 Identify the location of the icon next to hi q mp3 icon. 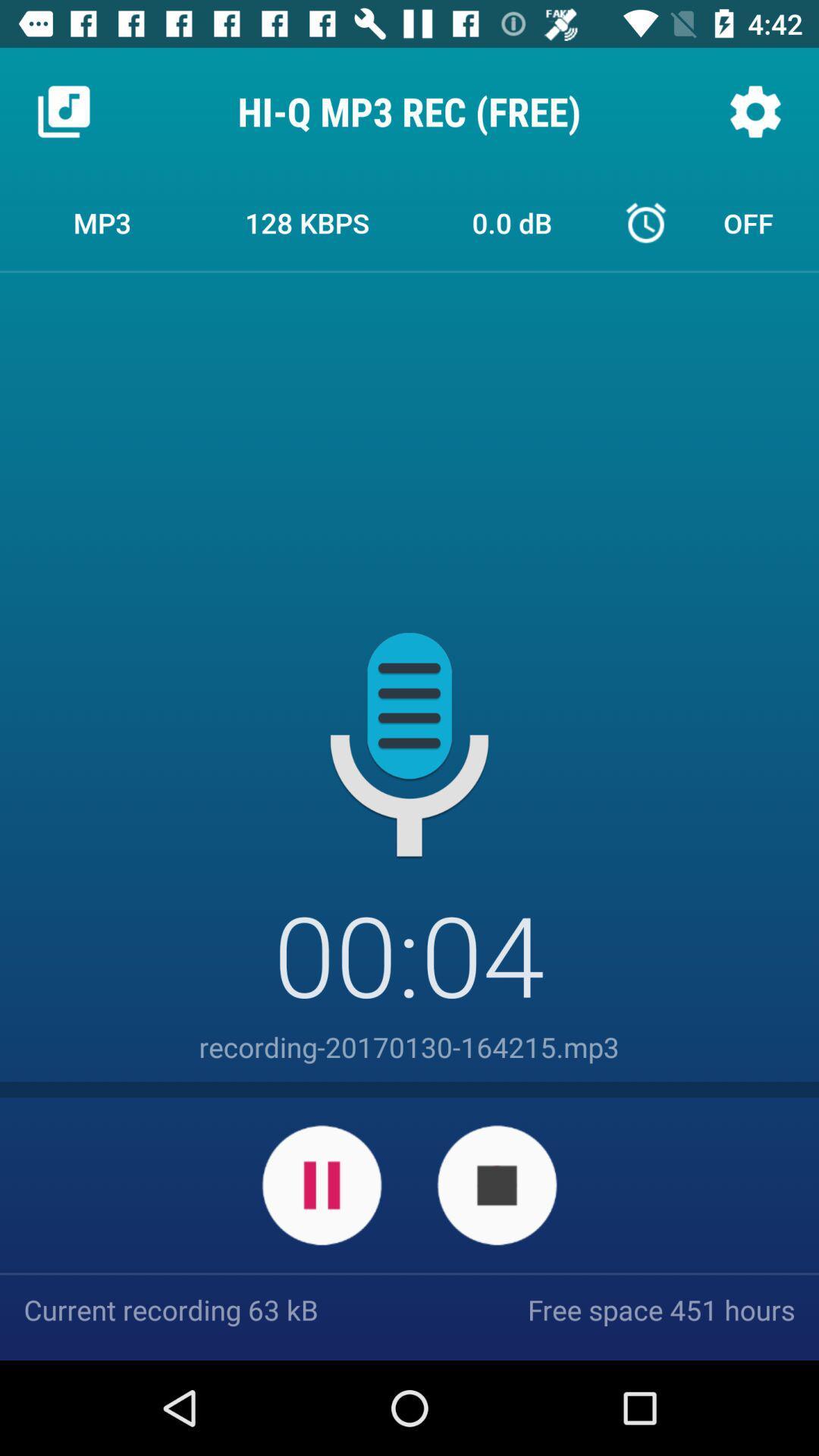
(63, 111).